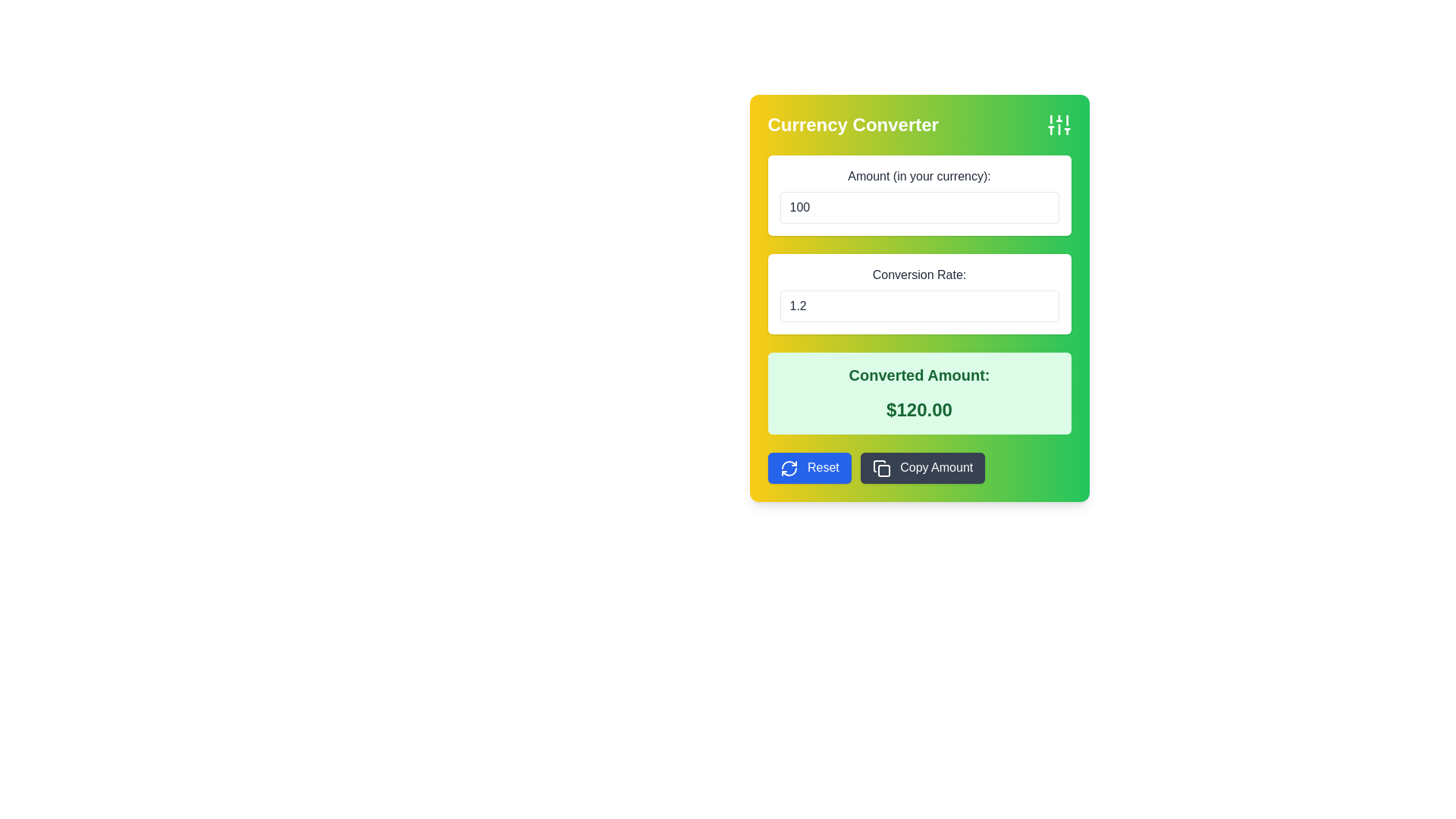 Image resolution: width=1456 pixels, height=819 pixels. I want to click on the light green output display box labeled 'Converted Amount:' which contains the value '$120.00', so click(918, 393).